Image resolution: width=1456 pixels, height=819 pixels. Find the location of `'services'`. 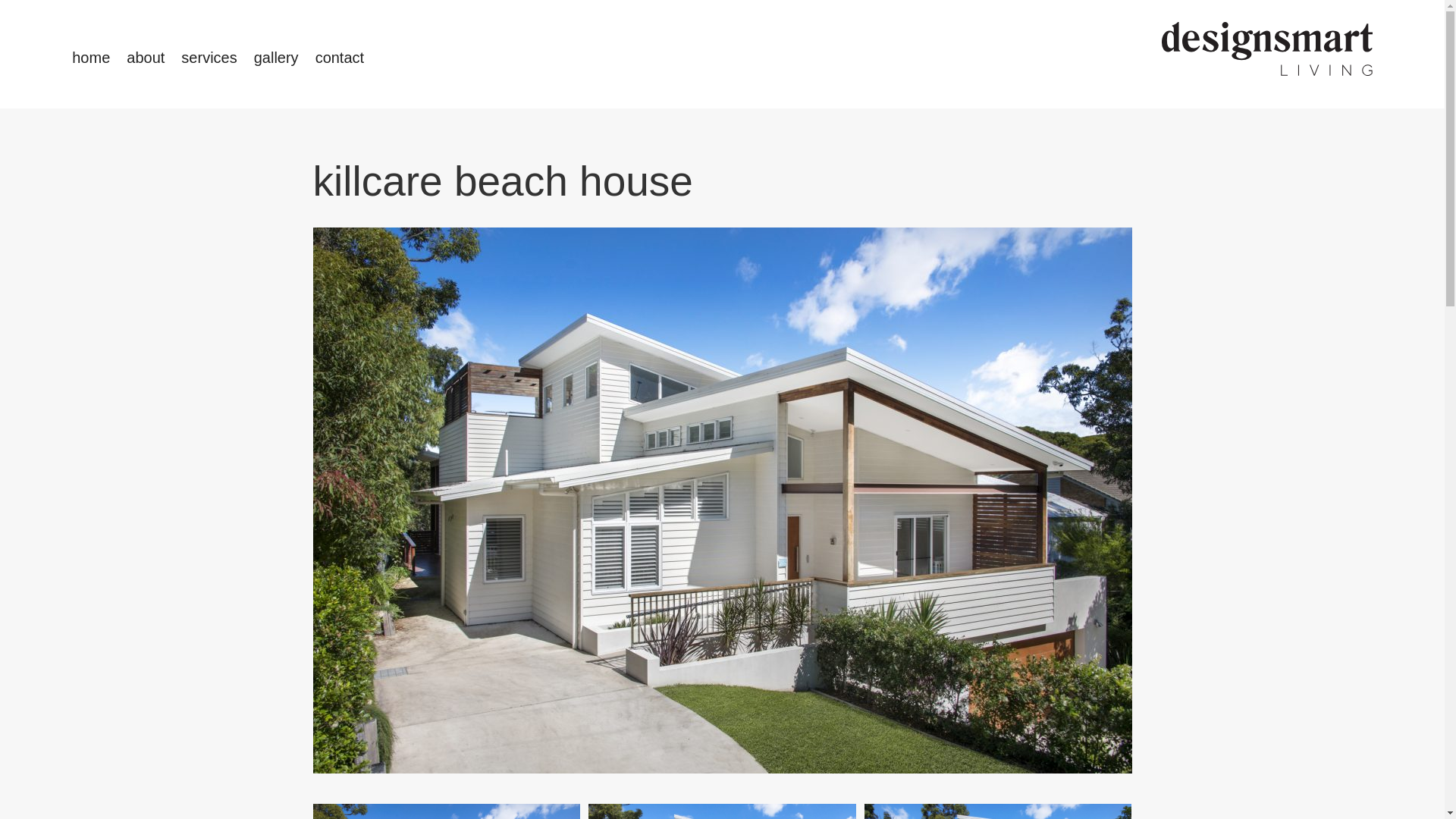

'services' is located at coordinates (208, 57).